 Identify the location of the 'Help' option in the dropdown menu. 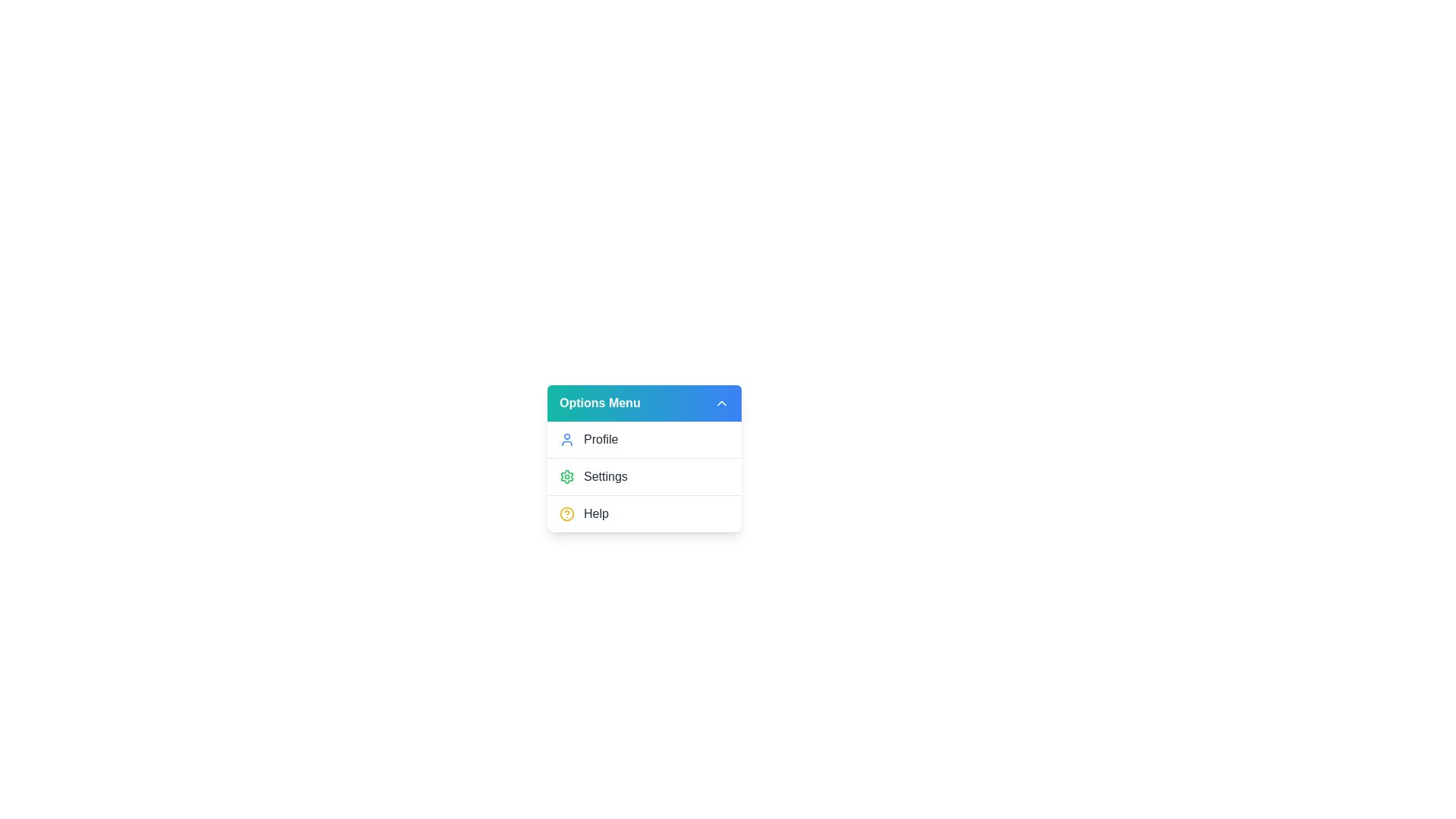
(644, 513).